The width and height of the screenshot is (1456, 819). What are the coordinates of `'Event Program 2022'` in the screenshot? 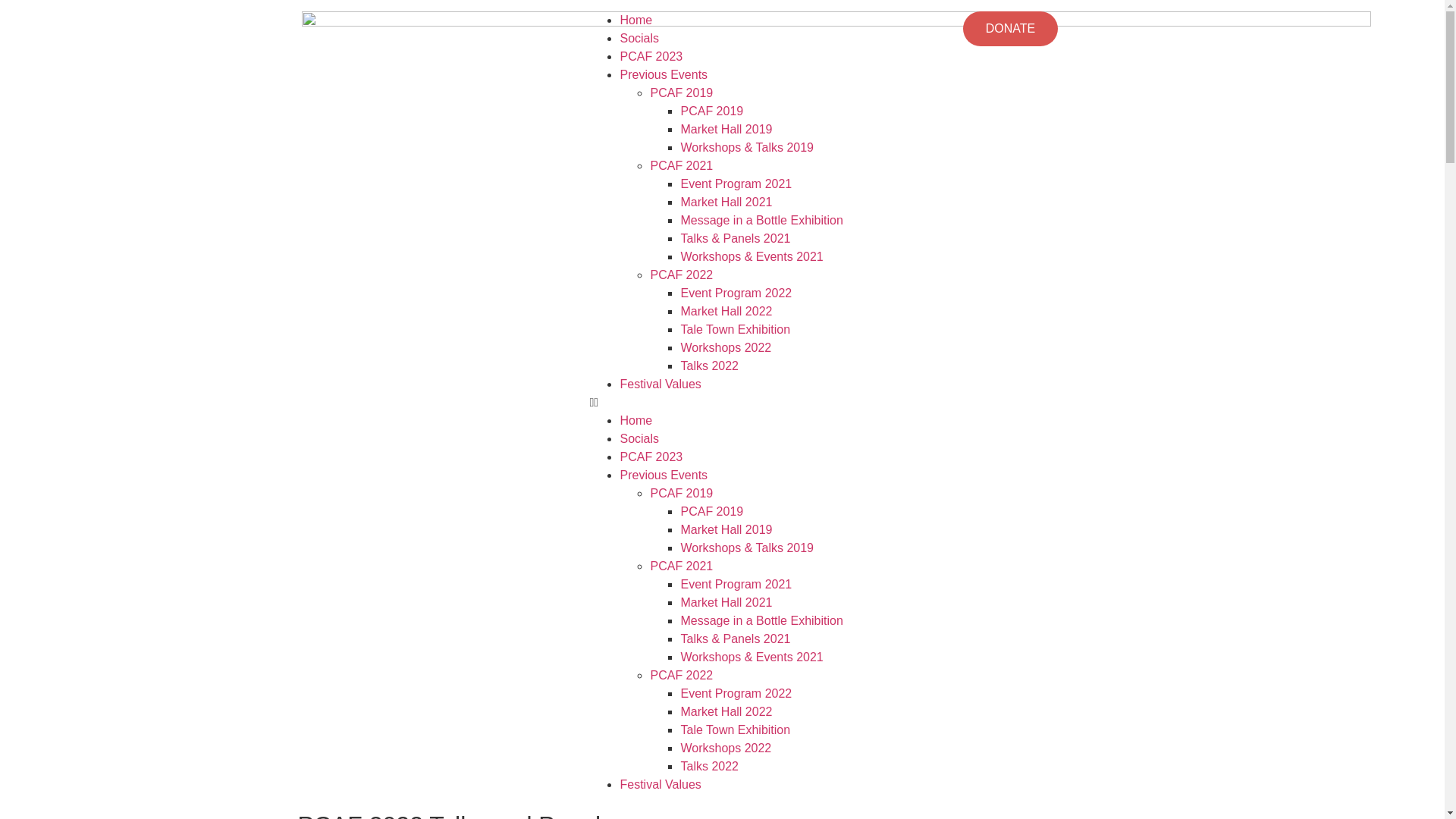 It's located at (679, 693).